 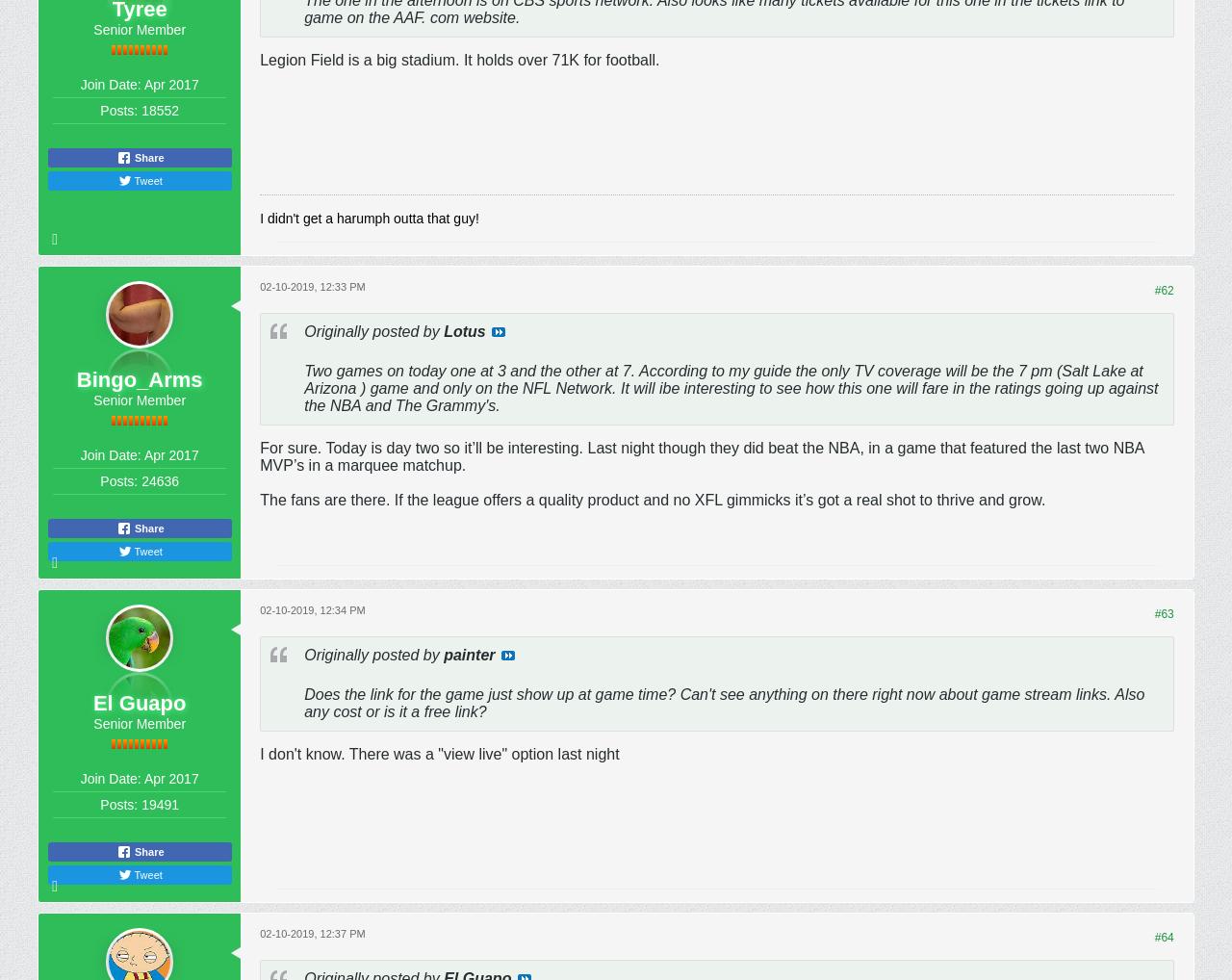 What do you see at coordinates (1162, 290) in the screenshot?
I see `'#62'` at bounding box center [1162, 290].